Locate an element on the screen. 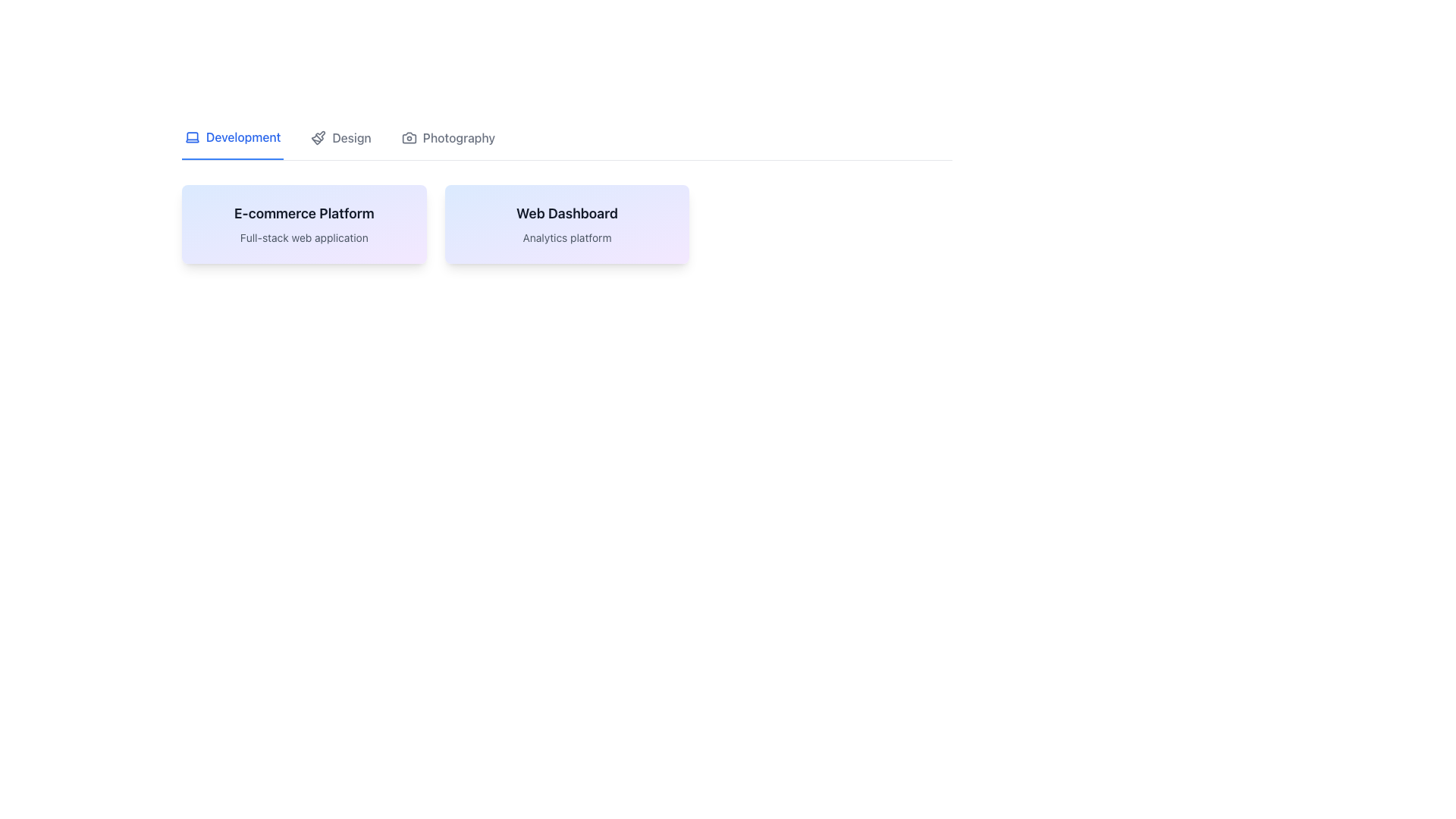 Image resolution: width=1456 pixels, height=819 pixels. the static text label displaying 'Full-stack web application', which is styled in a smaller font size and appears in light gray below the title 'E-commerce Platform' is located at coordinates (303, 237).